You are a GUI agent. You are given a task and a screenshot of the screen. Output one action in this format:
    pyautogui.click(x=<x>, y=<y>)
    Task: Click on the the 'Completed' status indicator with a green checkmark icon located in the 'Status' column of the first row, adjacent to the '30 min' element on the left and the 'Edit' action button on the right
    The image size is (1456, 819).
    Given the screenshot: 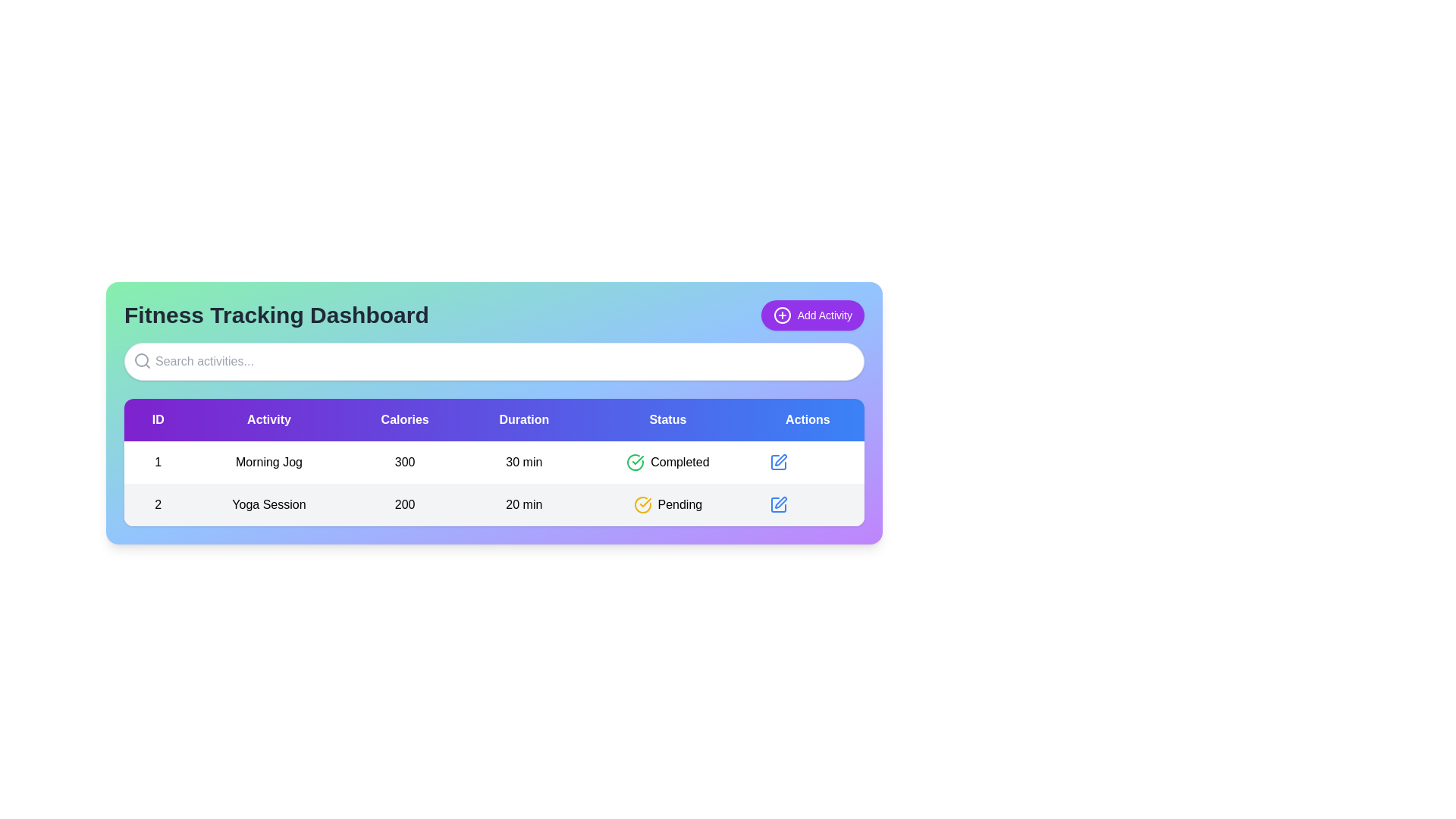 What is the action you would take?
    pyautogui.click(x=667, y=461)
    